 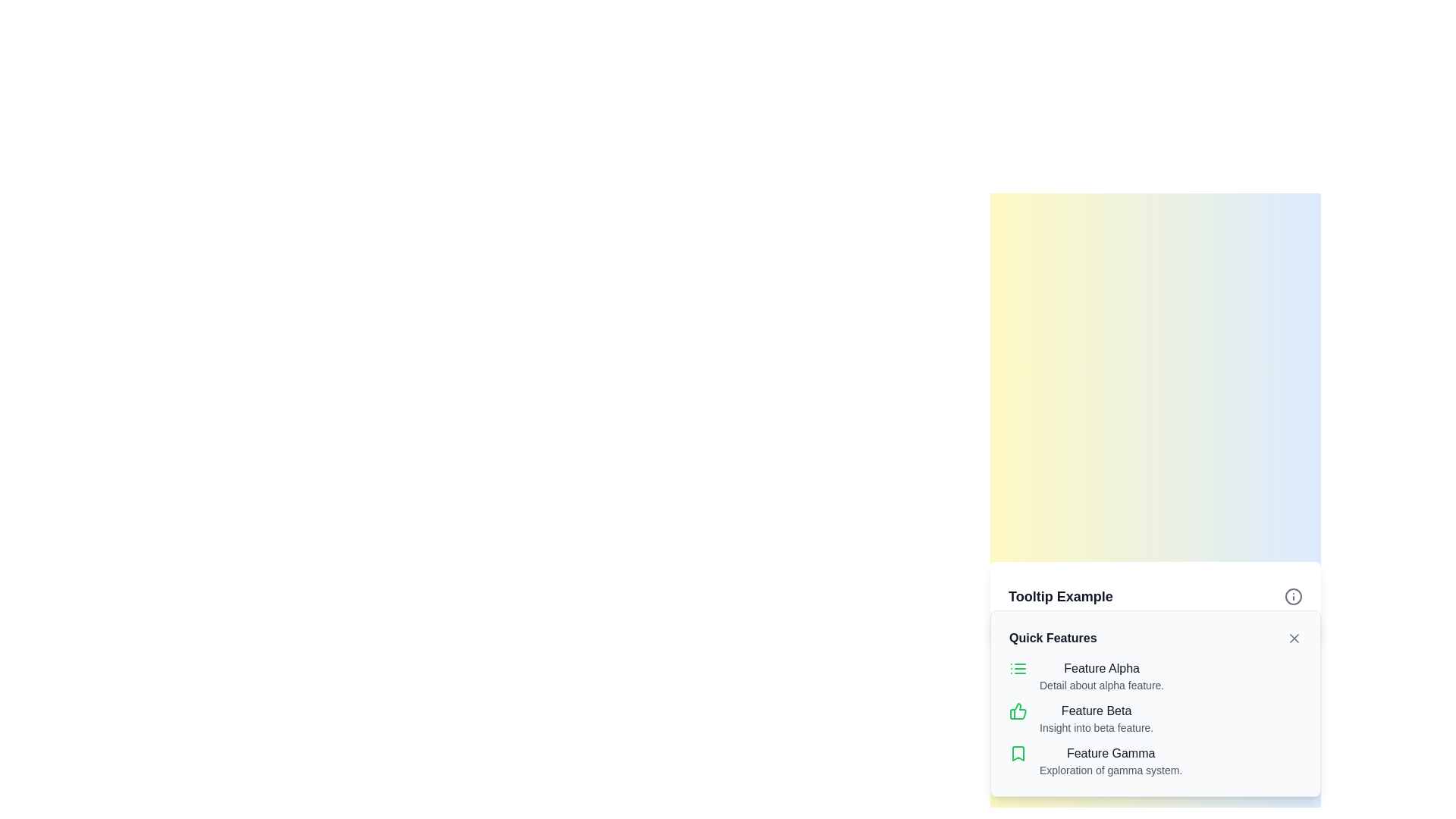 What do you see at coordinates (1294, 638) in the screenshot?
I see `the 'X' icon button in light gray located in the top-right corner of the 'Quick Features' section` at bounding box center [1294, 638].